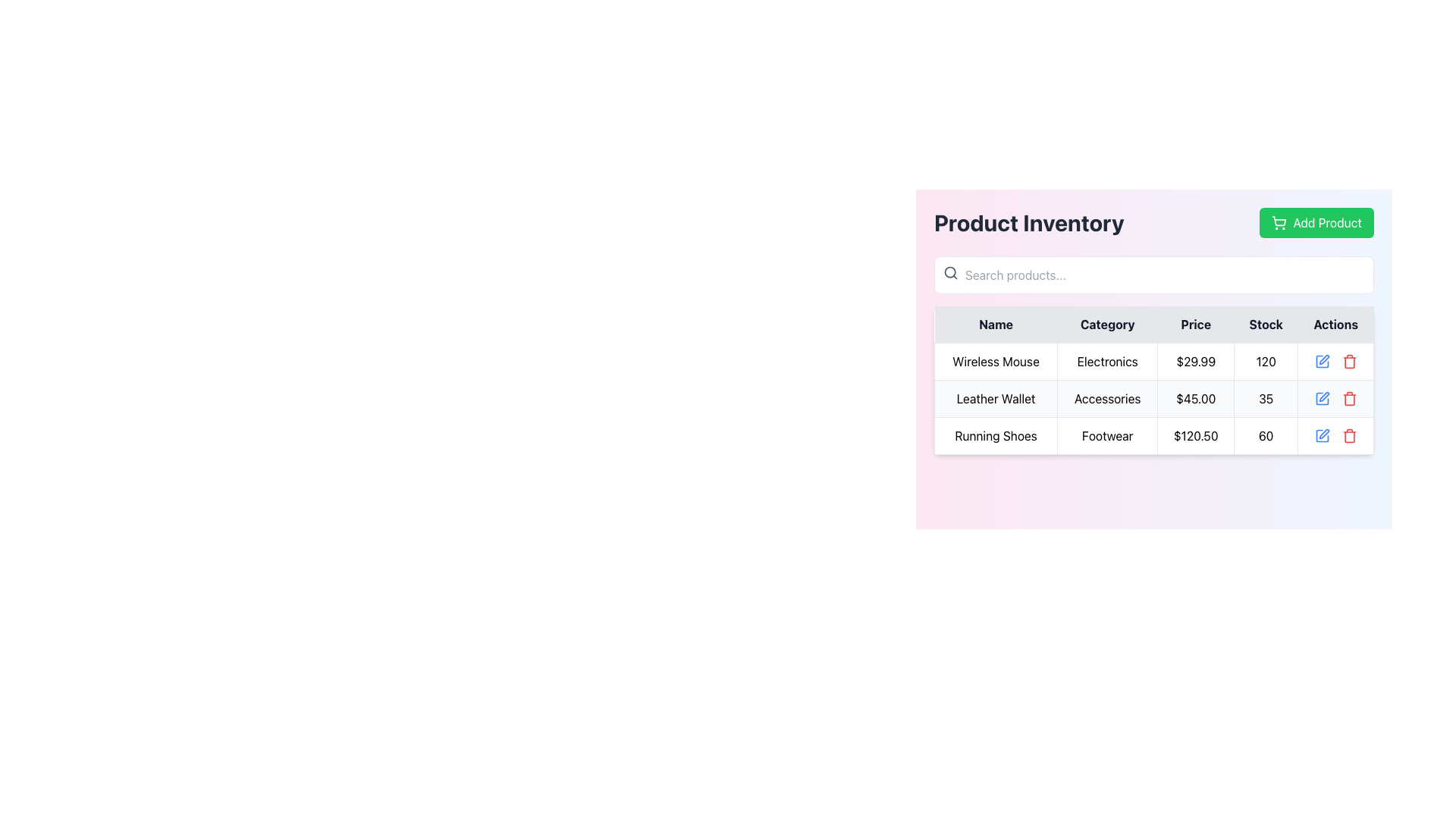  I want to click on the search icon located at the far-left end of the search box in the product inventory interface, so click(949, 271).